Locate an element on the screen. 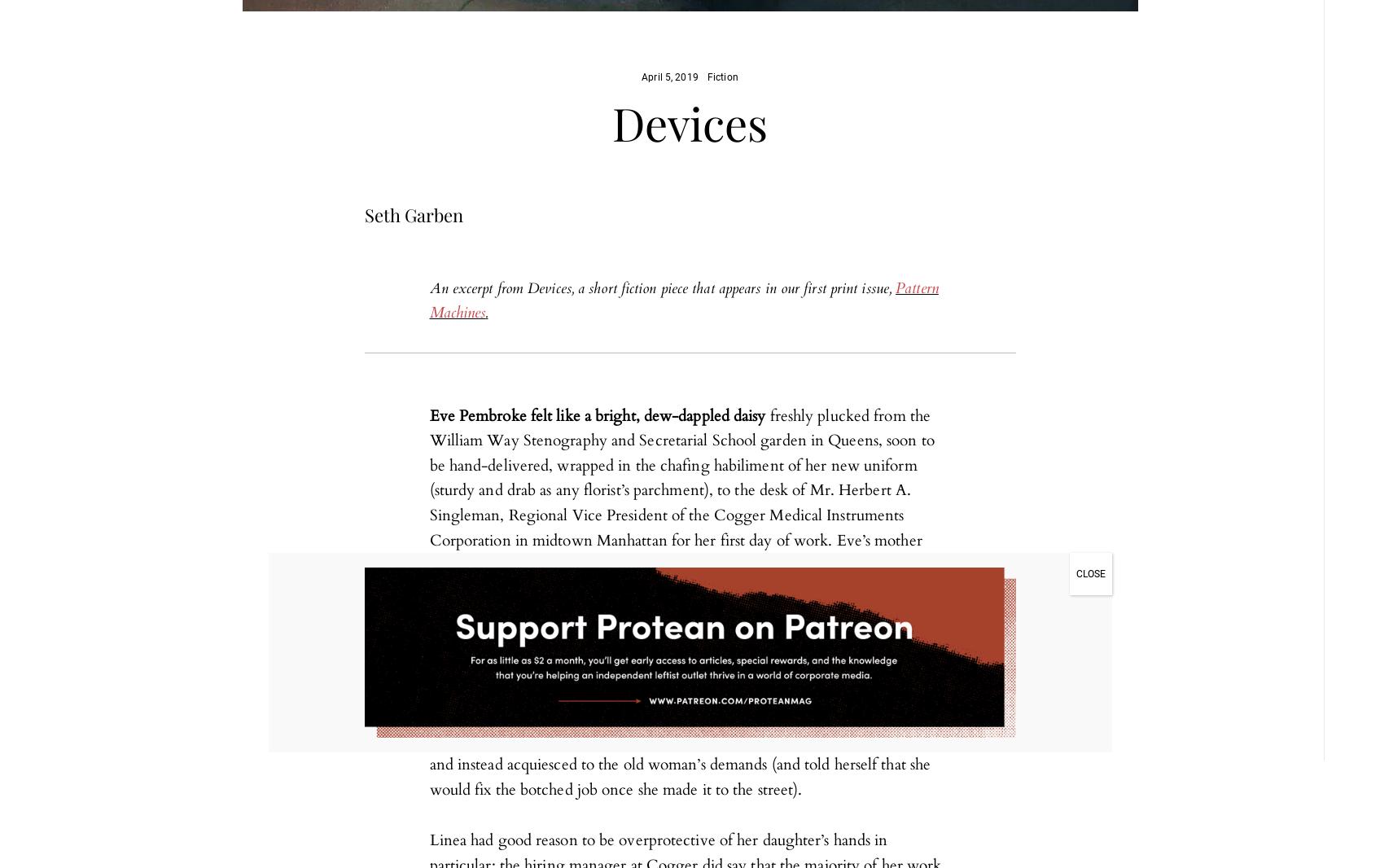 This screenshot has height=868, width=1380. 'Devices' is located at coordinates (690, 121).